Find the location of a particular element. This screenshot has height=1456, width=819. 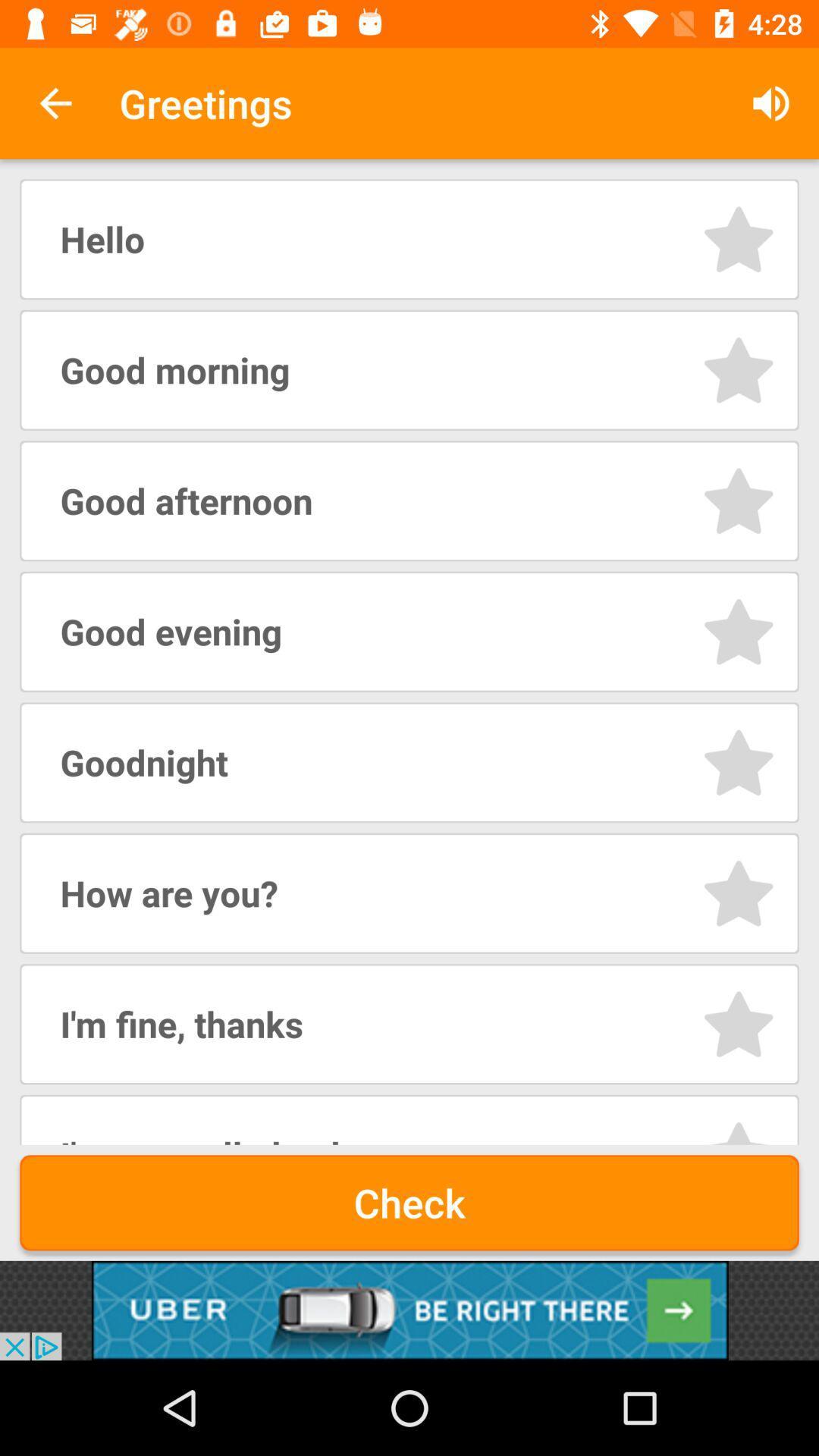

rate is located at coordinates (738, 1131).